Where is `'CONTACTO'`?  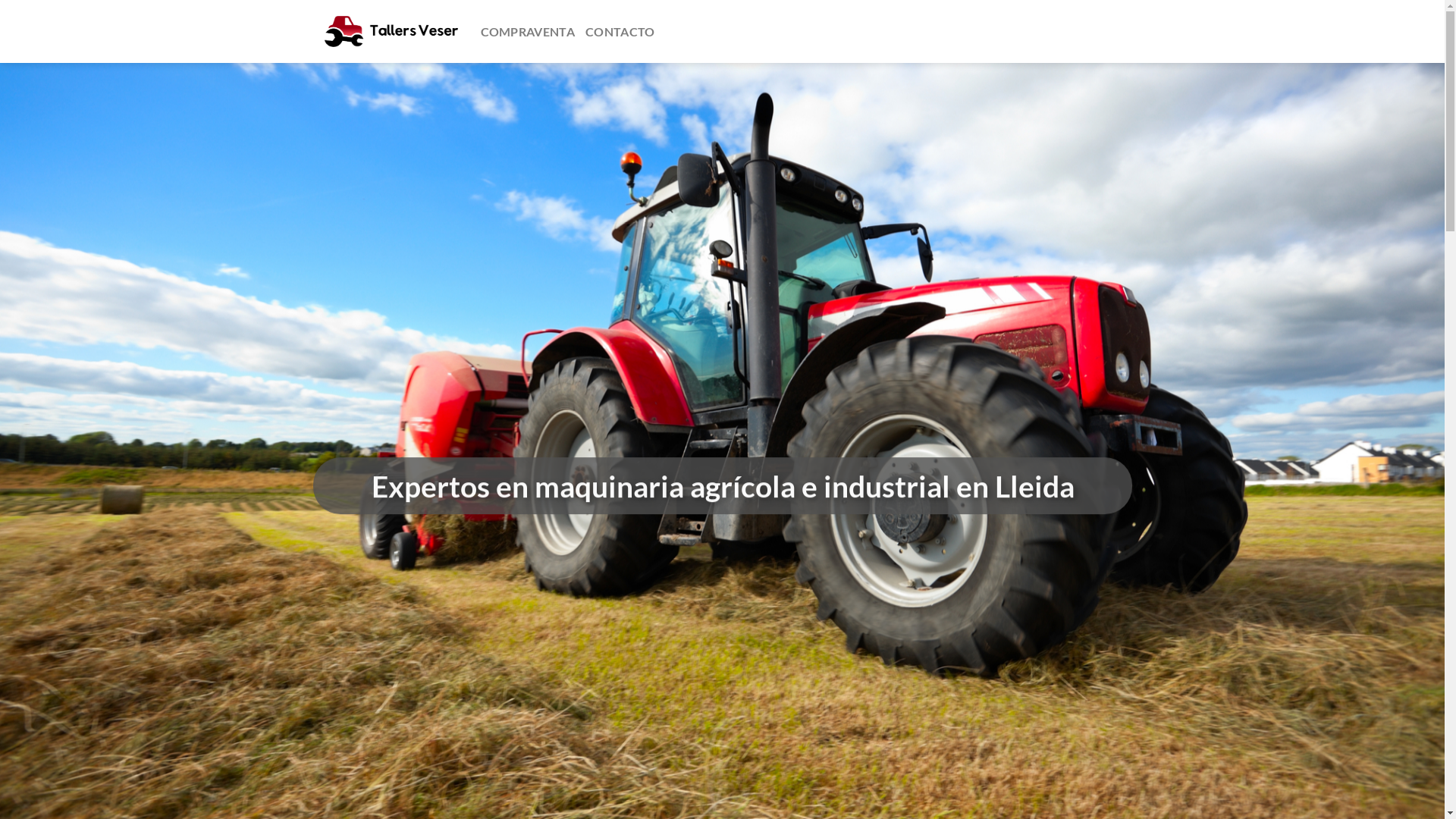 'CONTACTO' is located at coordinates (585, 32).